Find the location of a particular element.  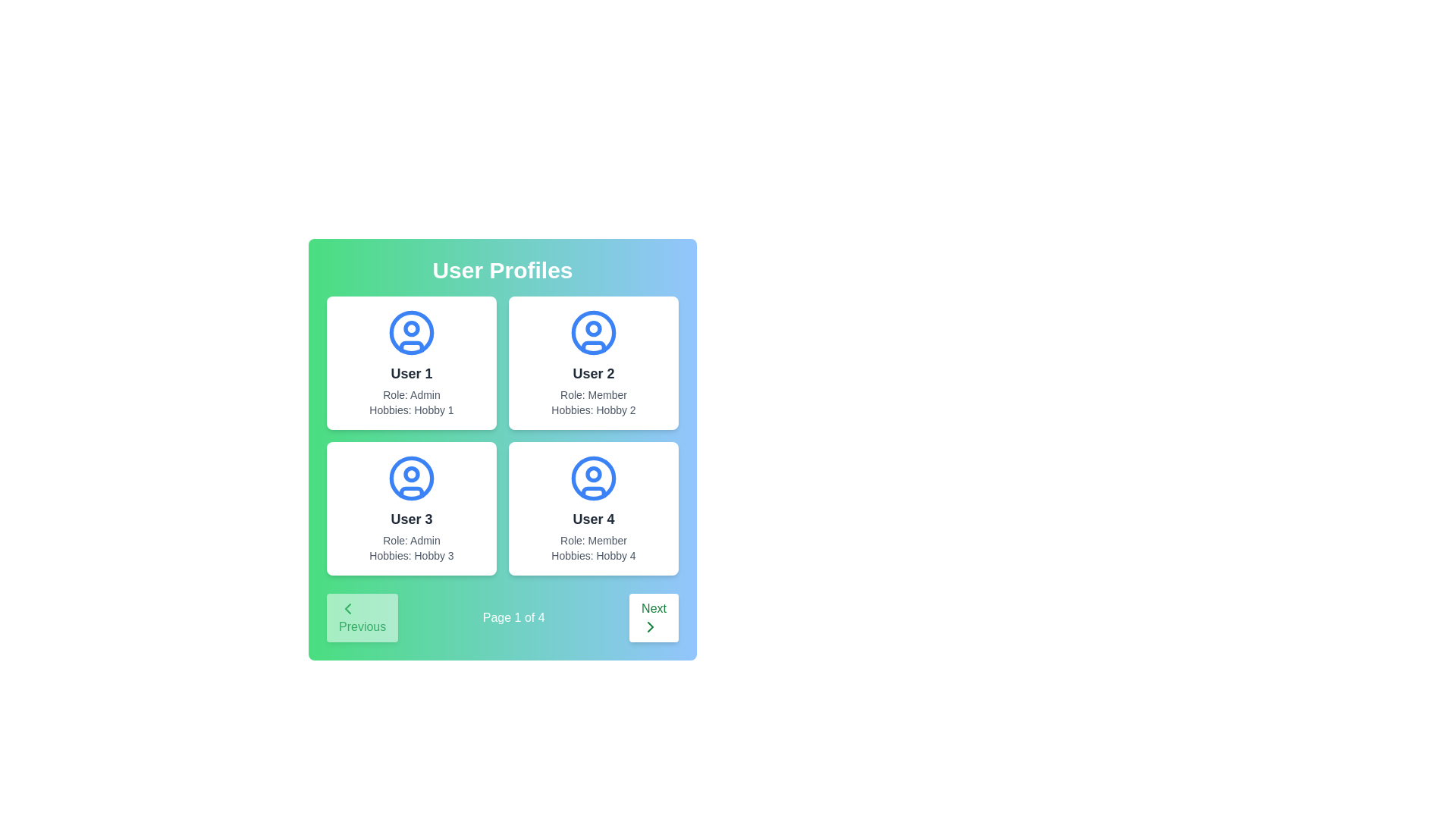

the text label that says 'Hobbies: Hobby 2', which is styled with a smaller font size and gray color, located directly below 'Role: Member' in the user card for 'User 2' is located at coordinates (592, 409).